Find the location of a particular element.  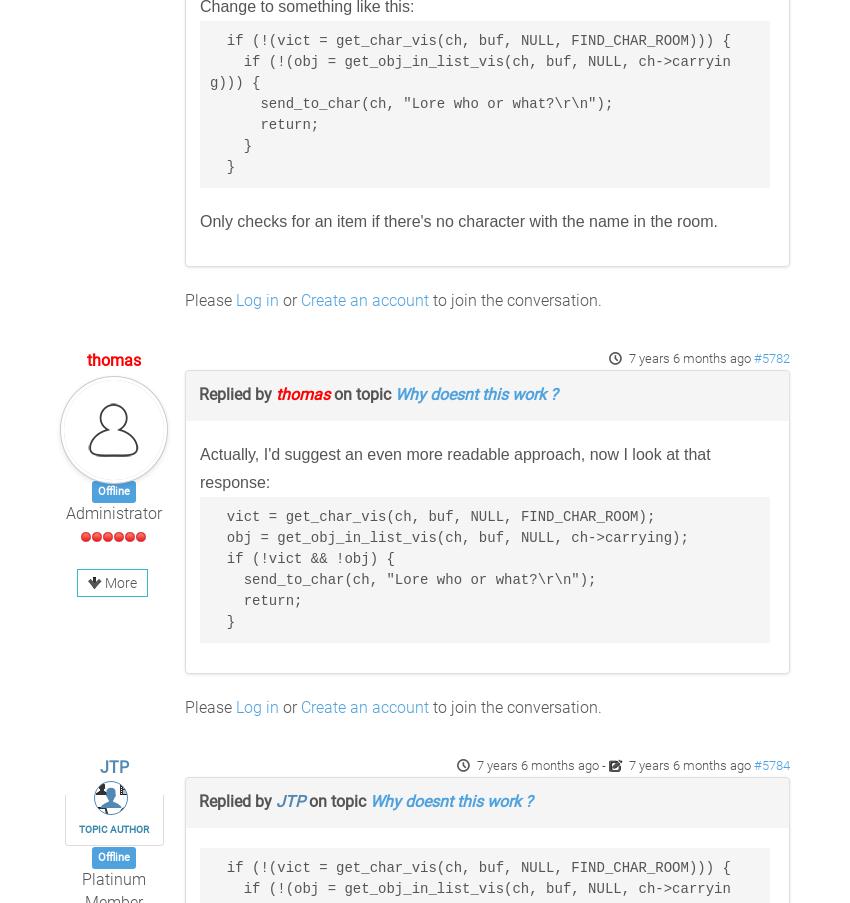

'vict = get_char_vis(ch, buf, NULL, FIND_CHAR_ROOM);
  obj = get_obj_in_list_vis(ch, buf, NULL, ch->carrying);
  if (!vict && !obj) {
    send_to_char(ch, "Lore who or what?\r\n");
    return;
  }' is located at coordinates (447, 568).